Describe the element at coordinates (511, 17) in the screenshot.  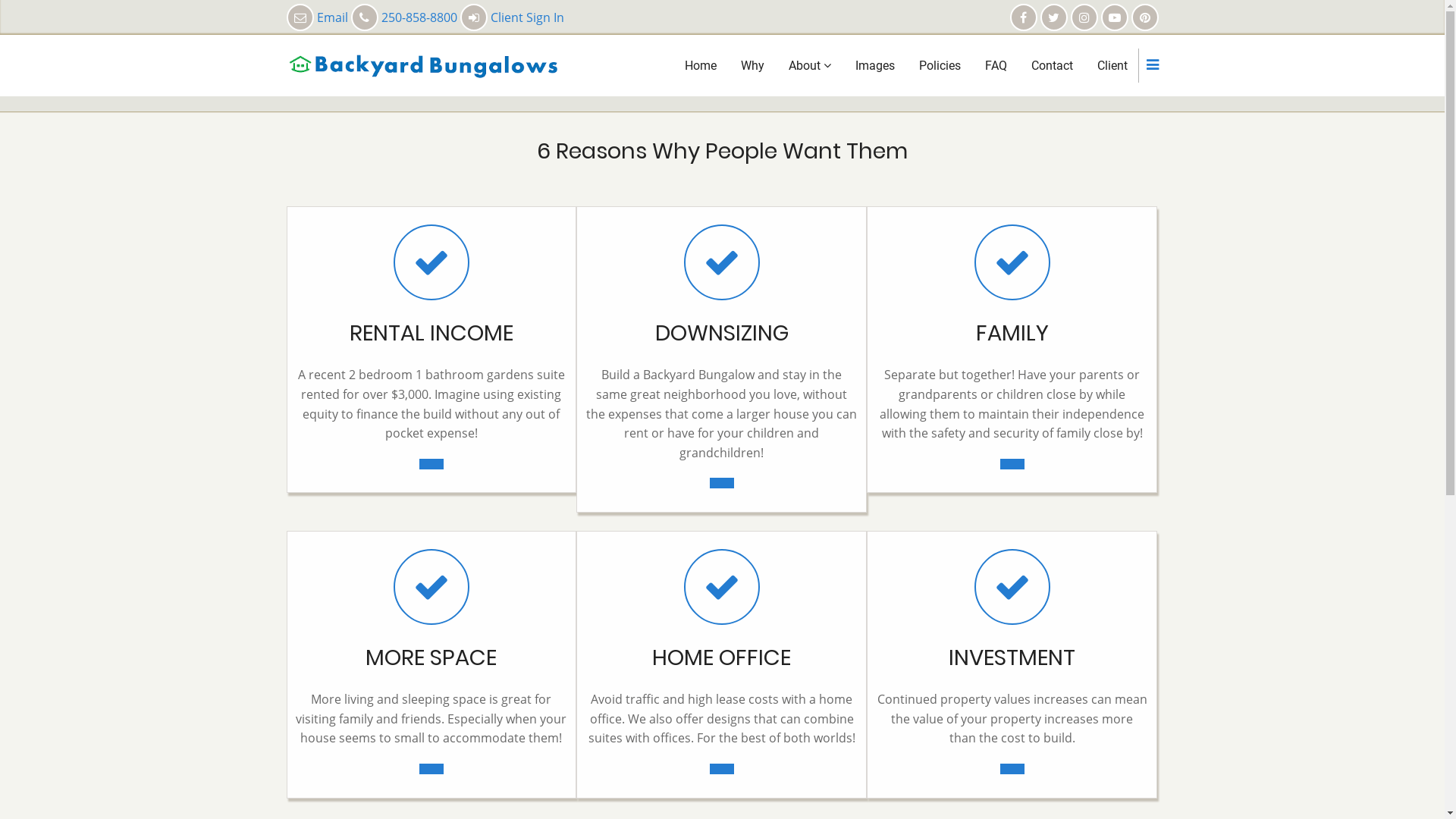
I see `'Client Sign In'` at that location.